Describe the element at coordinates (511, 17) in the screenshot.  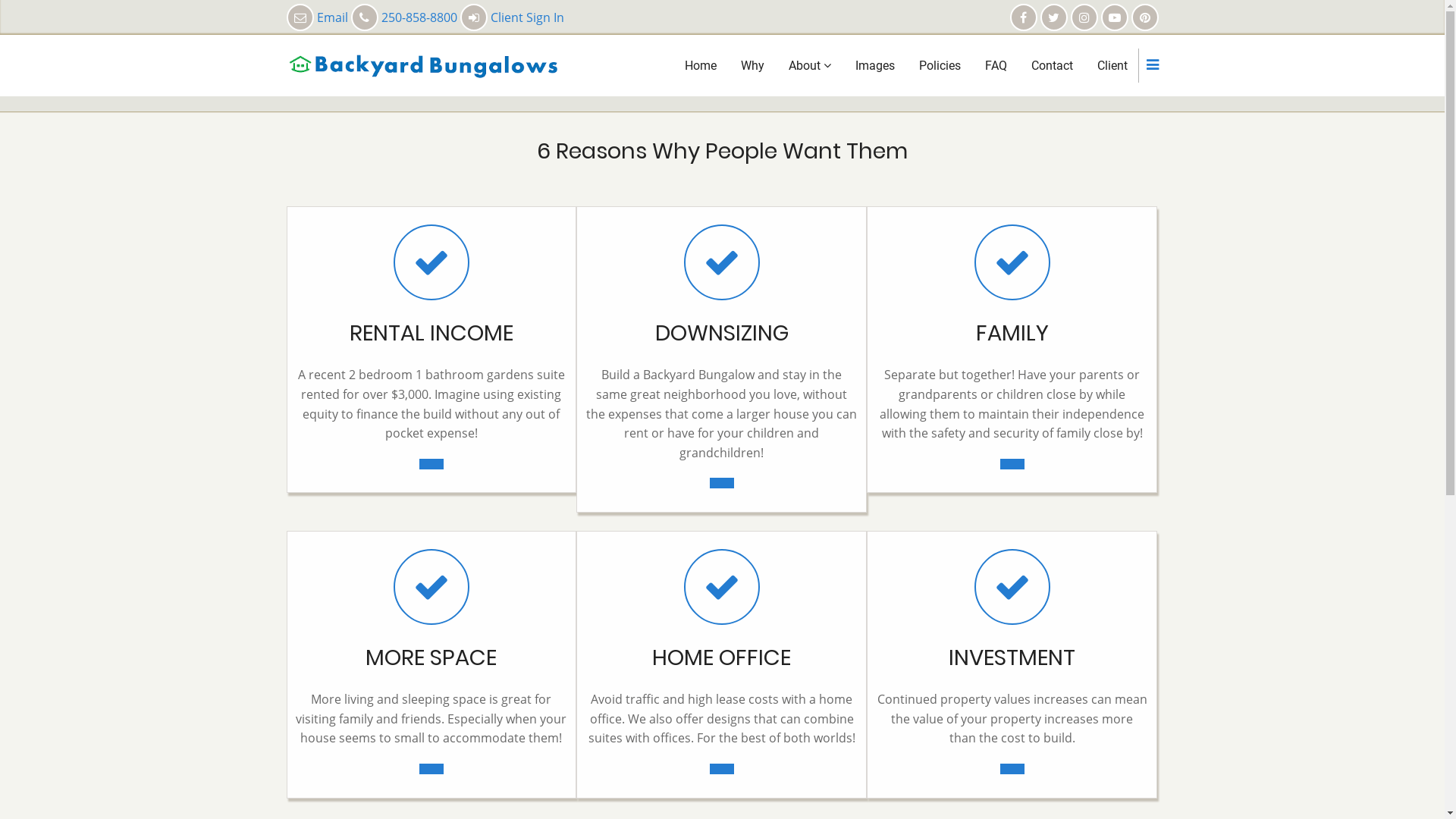
I see `'Client Sign In'` at that location.